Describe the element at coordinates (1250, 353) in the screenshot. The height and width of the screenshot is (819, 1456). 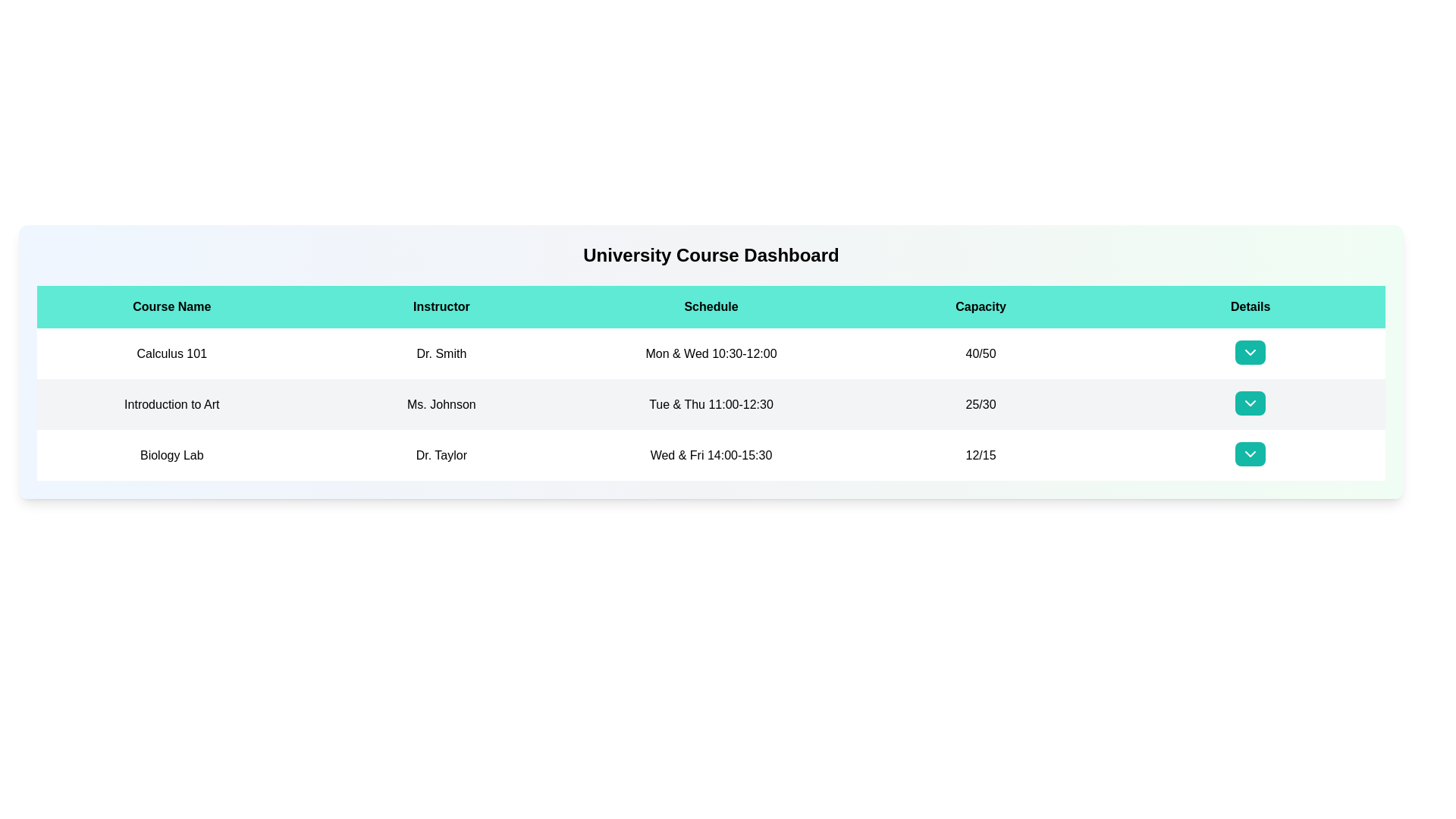
I see `the downward-pointing chevron icon in the teal button labeled 'Details'` at that location.